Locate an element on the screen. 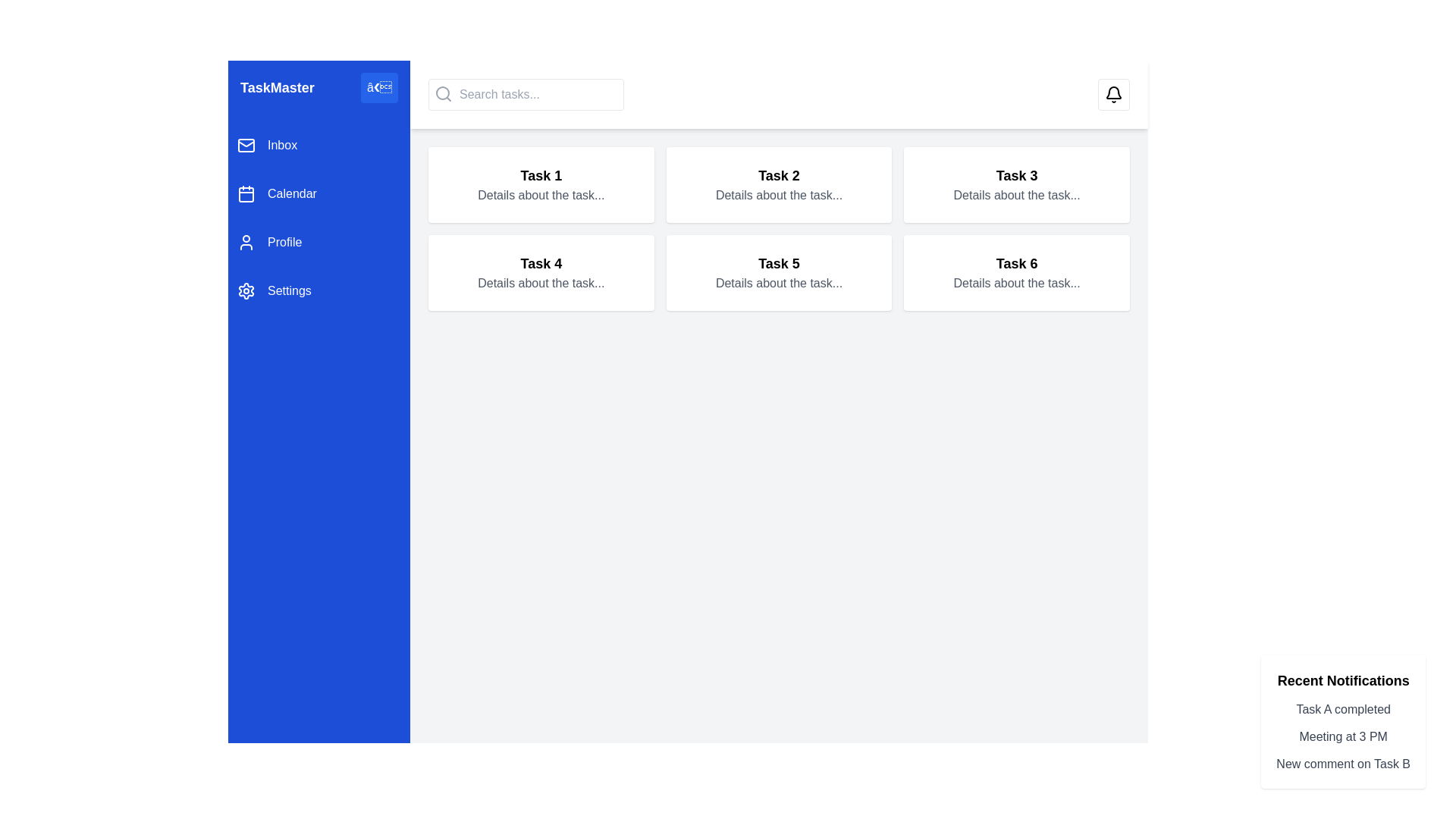 The image size is (1456, 819). the static informational card that displays 'Task 6' and 'Details about the task...' located at the bottom-right in the grid layout is located at coordinates (1017, 271).